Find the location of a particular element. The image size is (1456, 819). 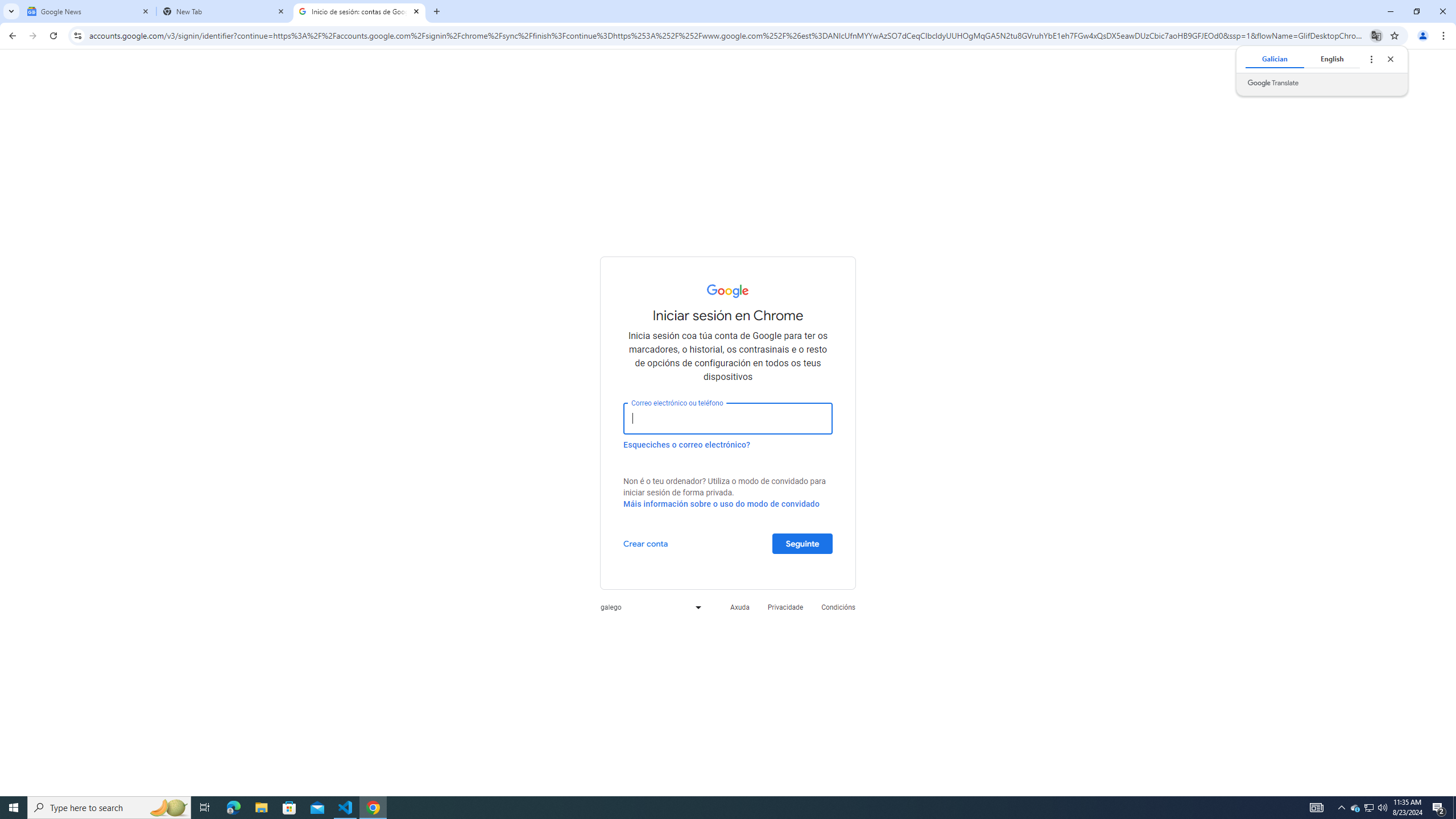

'Google News' is located at coordinates (88, 11).